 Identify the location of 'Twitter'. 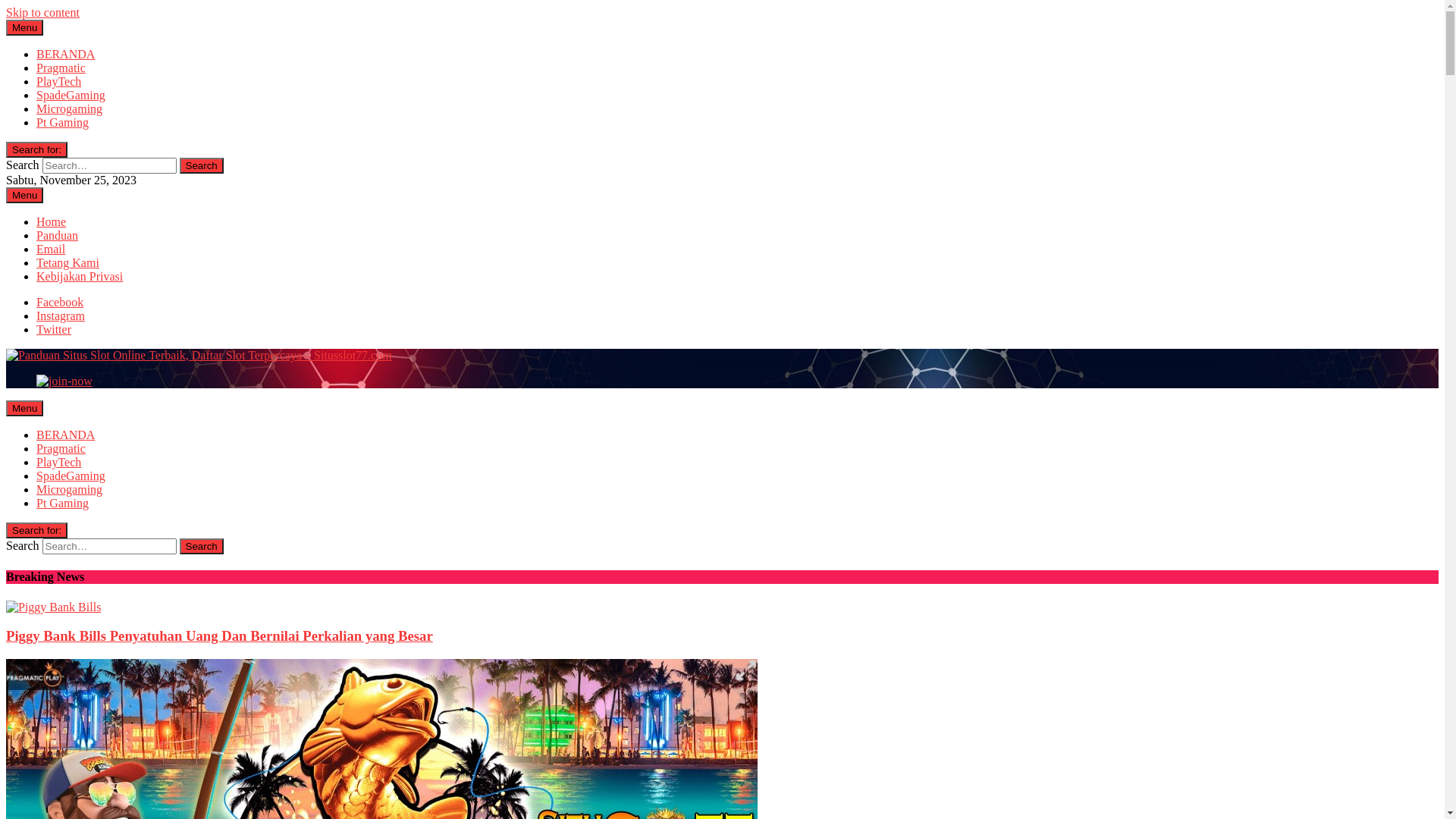
(54, 328).